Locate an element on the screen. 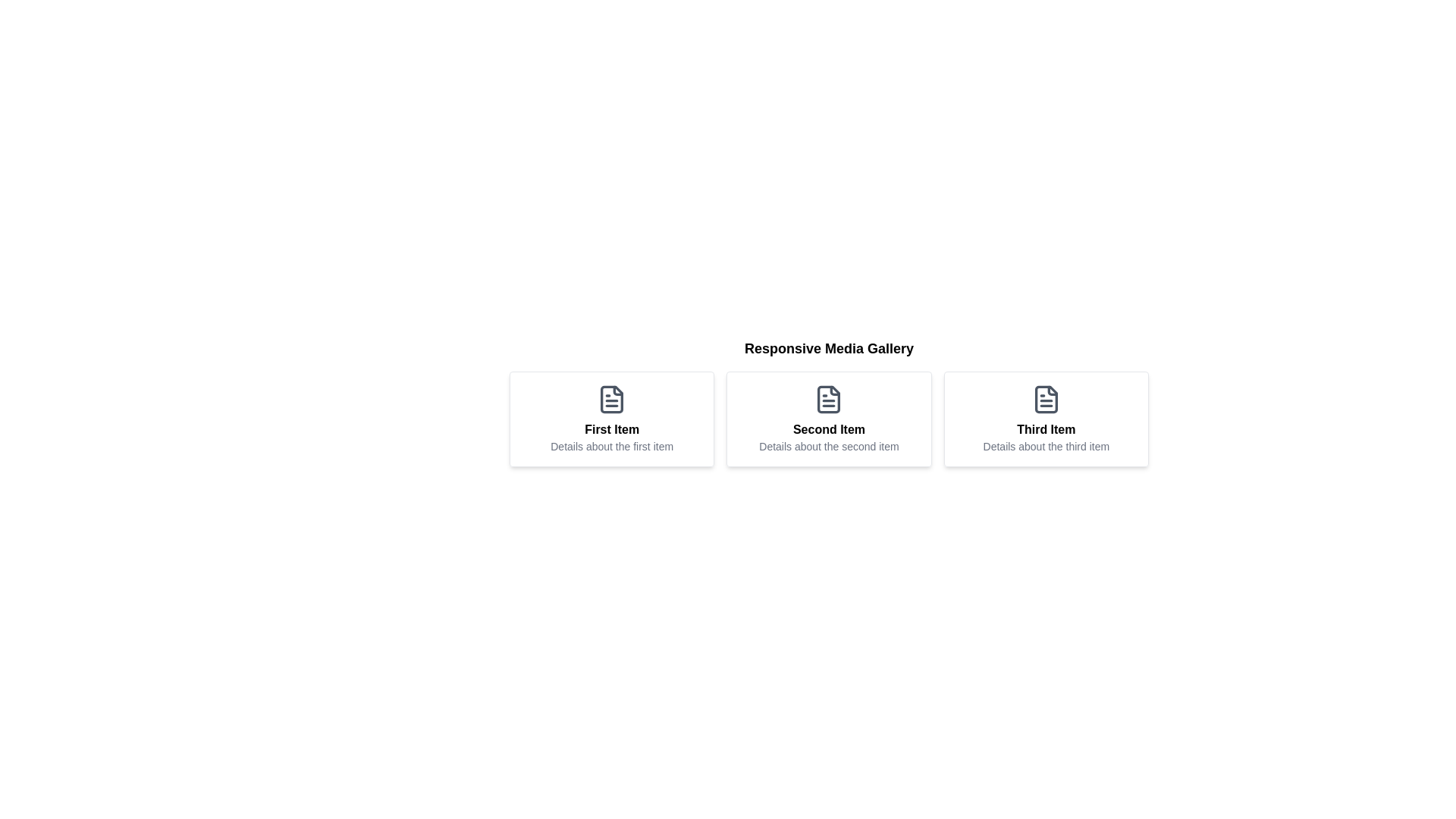 The width and height of the screenshot is (1456, 819). the file icon, which is a gray document outline indicating text, located at the upper section of the 'First Item' card, directly above the title 'First Item' is located at coordinates (612, 399).